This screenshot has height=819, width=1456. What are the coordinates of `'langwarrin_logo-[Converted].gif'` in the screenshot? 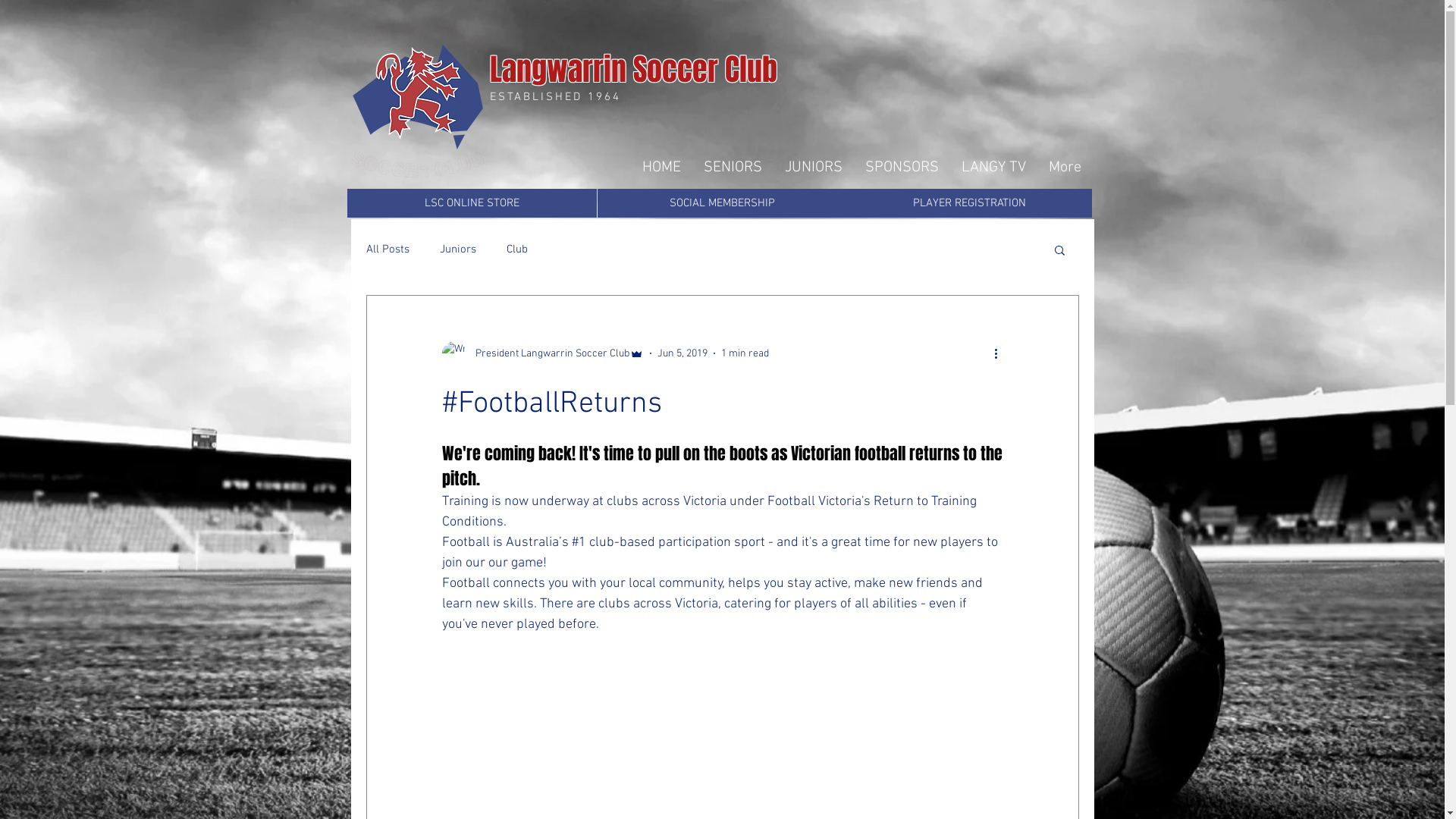 It's located at (417, 97).